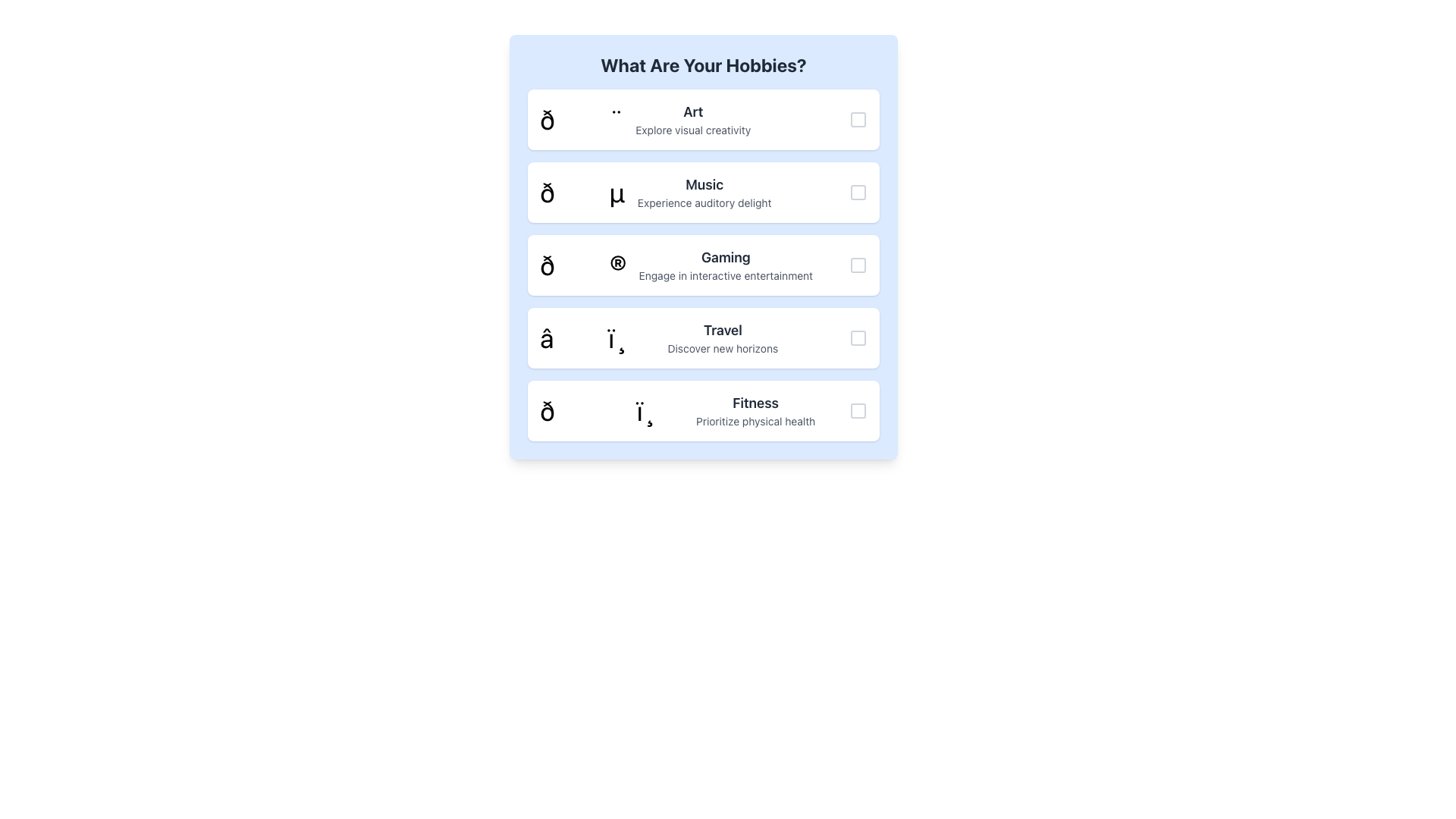 The height and width of the screenshot is (819, 1456). What do you see at coordinates (692, 130) in the screenshot?
I see `the descriptive subtitle element located below the 'Art' header, which provides additional information about the 'Art' section` at bounding box center [692, 130].